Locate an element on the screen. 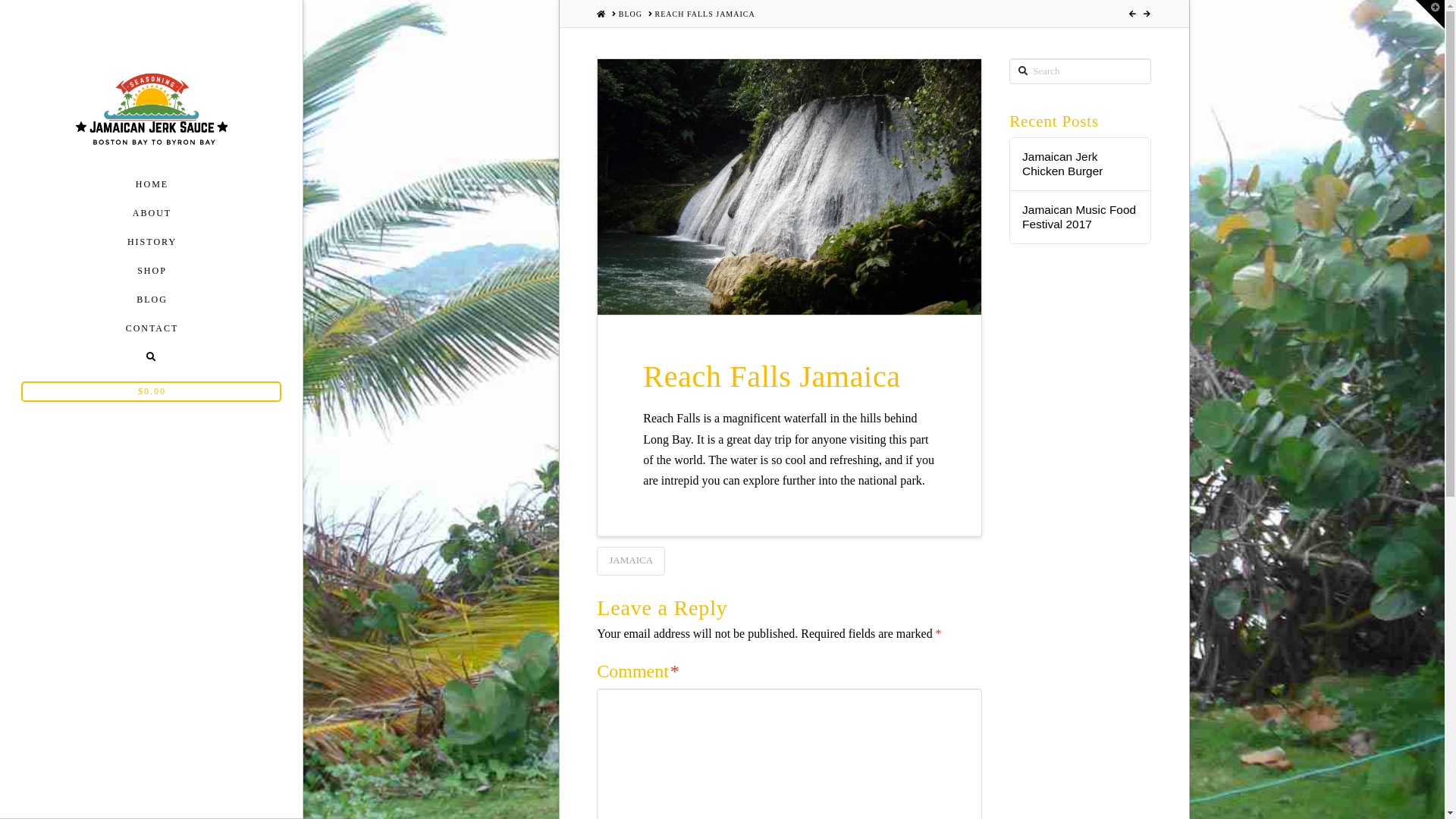 This screenshot has width=1456, height=819. 'Jamaican Jerk Chicken Burger' is located at coordinates (1022, 164).